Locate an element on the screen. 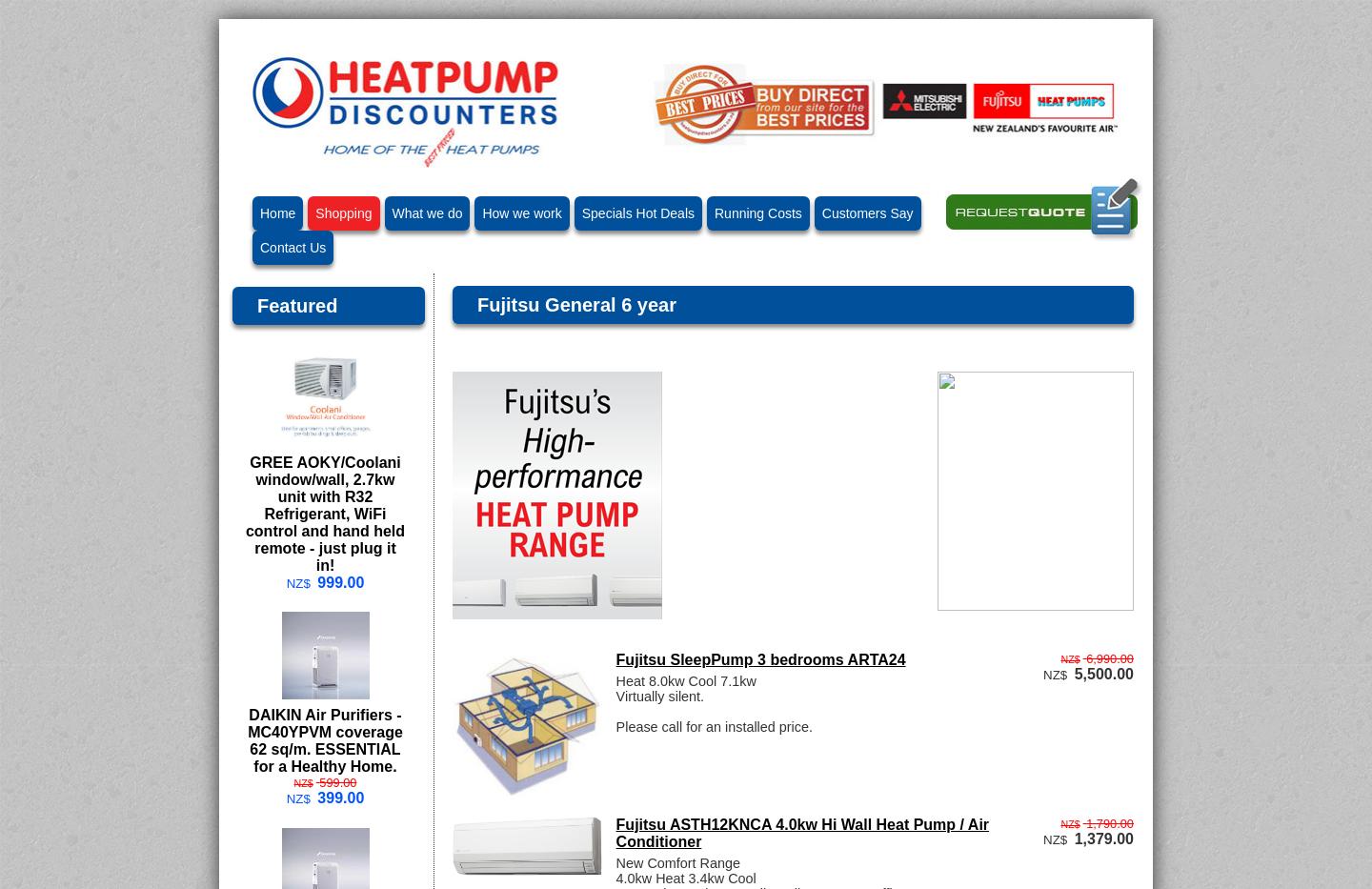 This screenshot has height=889, width=1372. '1,379.00' is located at coordinates (1103, 837).